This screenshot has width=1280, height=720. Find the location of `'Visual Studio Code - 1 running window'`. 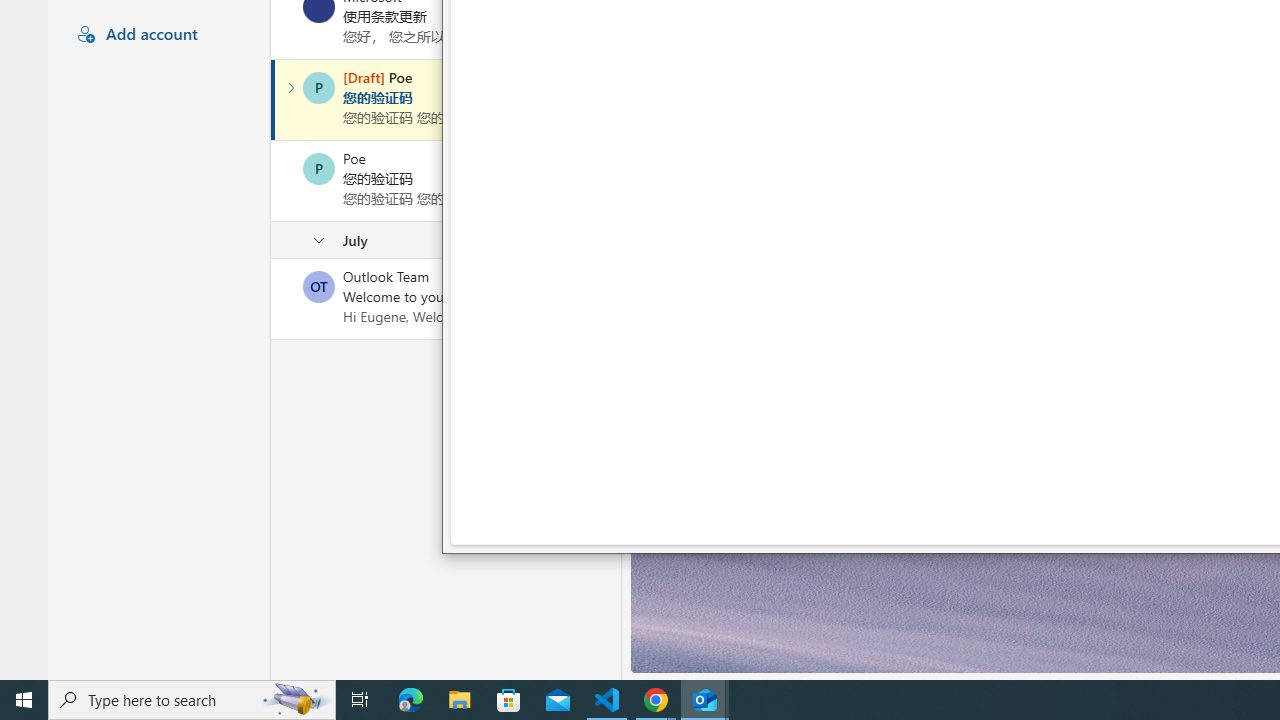

'Visual Studio Code - 1 running window' is located at coordinates (606, 698).